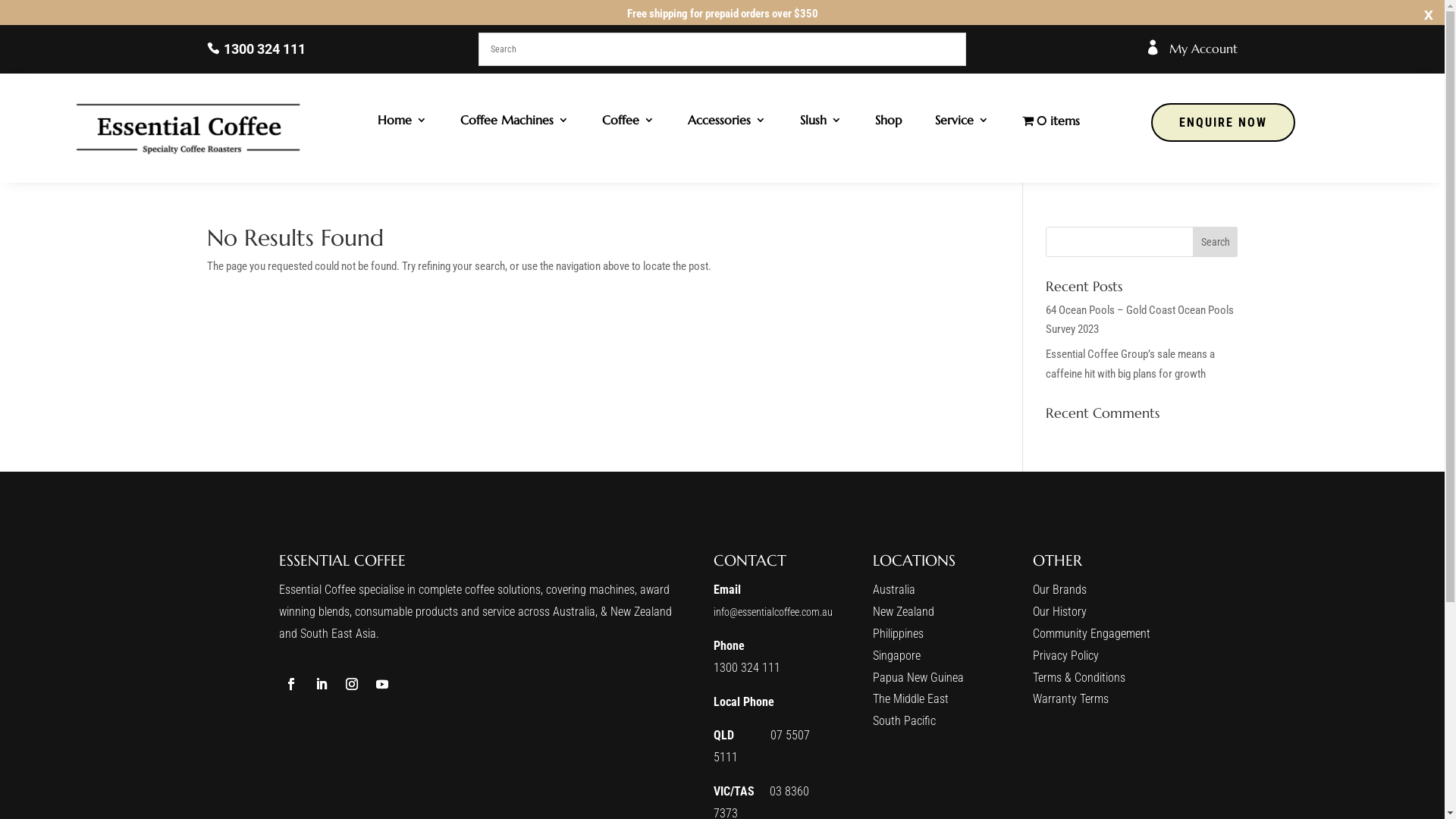 The image size is (1456, 819). I want to click on 'Our Brands', so click(1059, 588).